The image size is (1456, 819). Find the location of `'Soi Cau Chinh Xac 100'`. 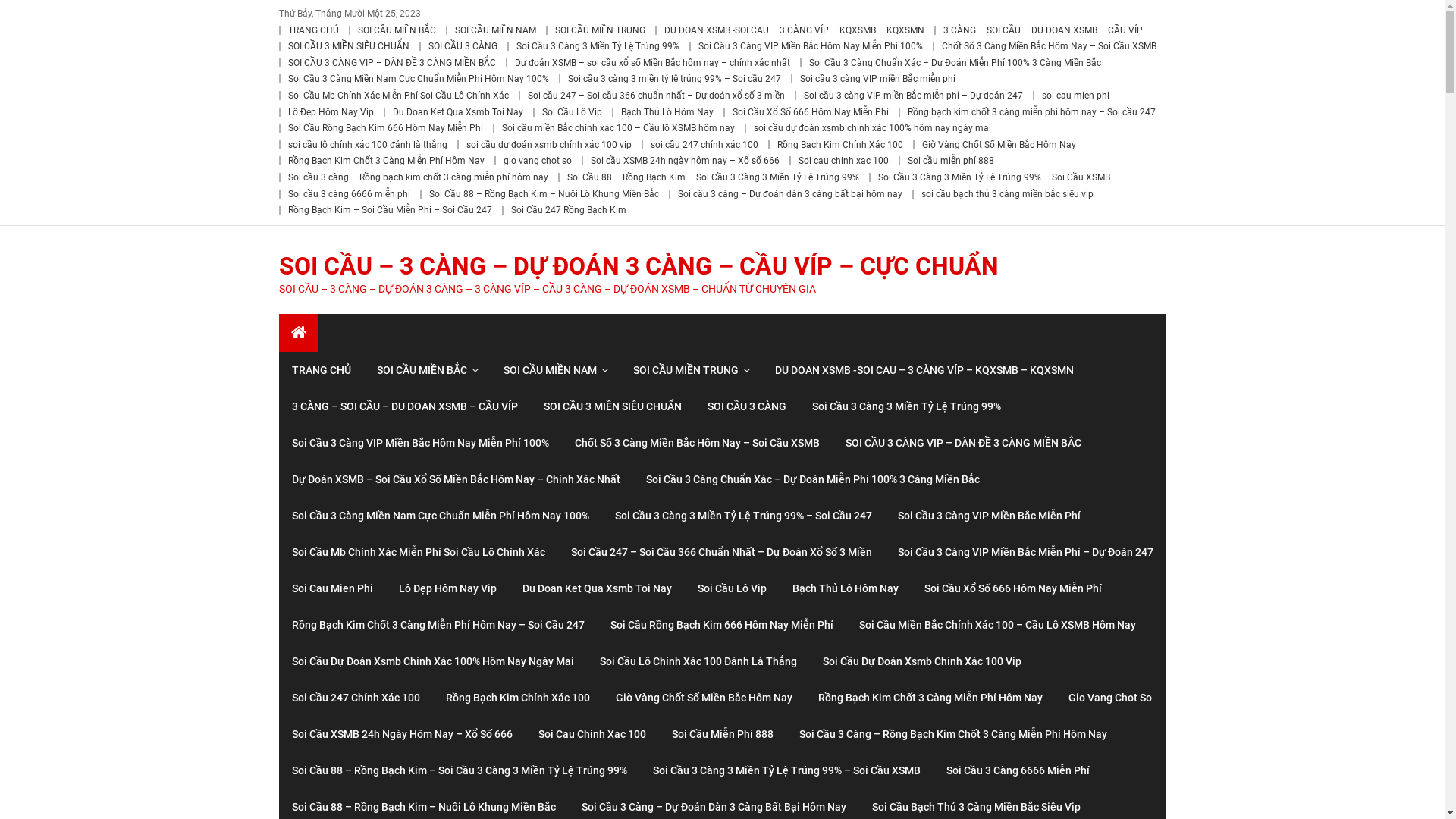

'Soi Cau Chinh Xac 100' is located at coordinates (590, 733).